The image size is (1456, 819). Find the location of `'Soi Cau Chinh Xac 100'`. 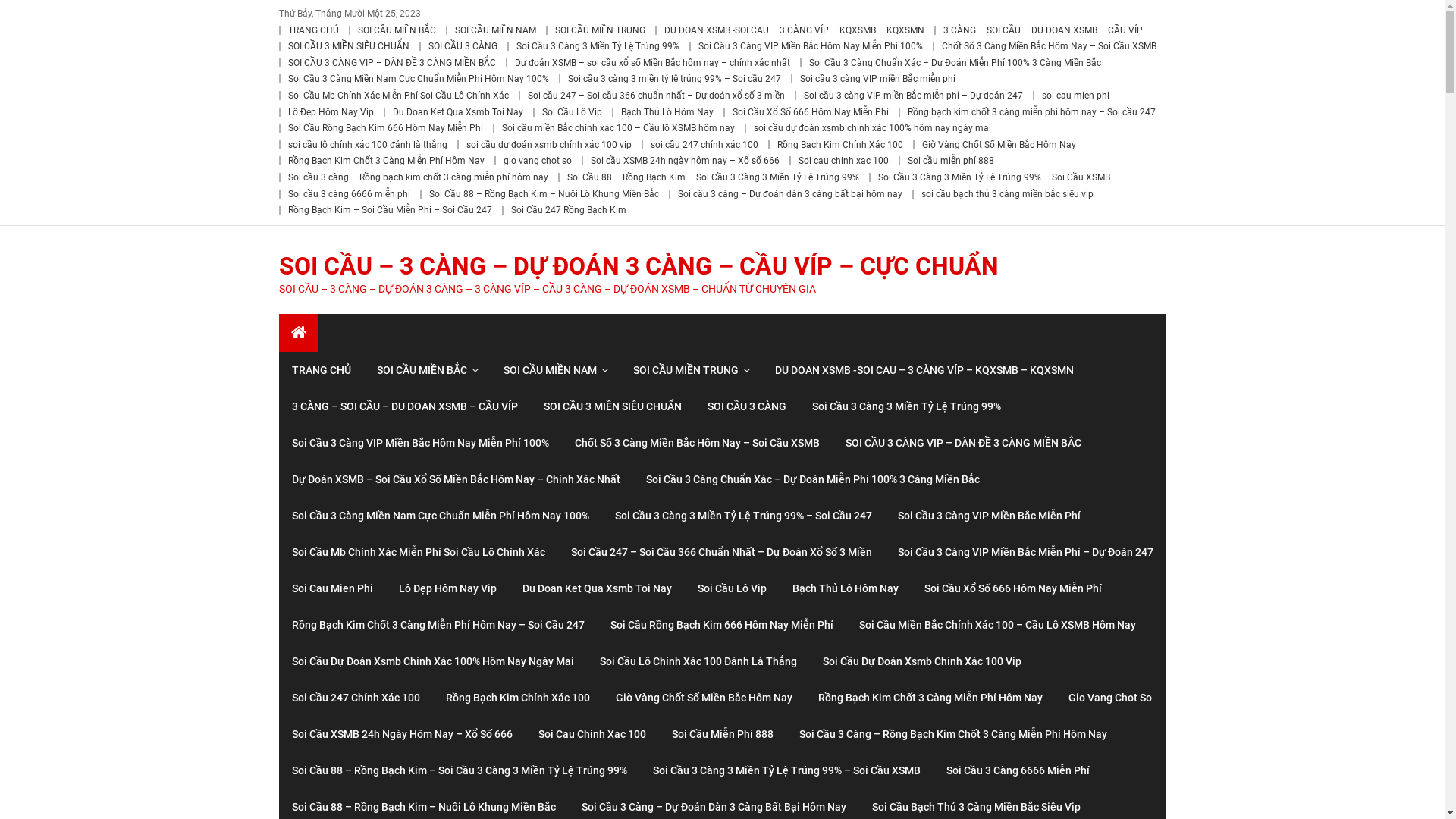

'Soi Cau Chinh Xac 100' is located at coordinates (590, 733).